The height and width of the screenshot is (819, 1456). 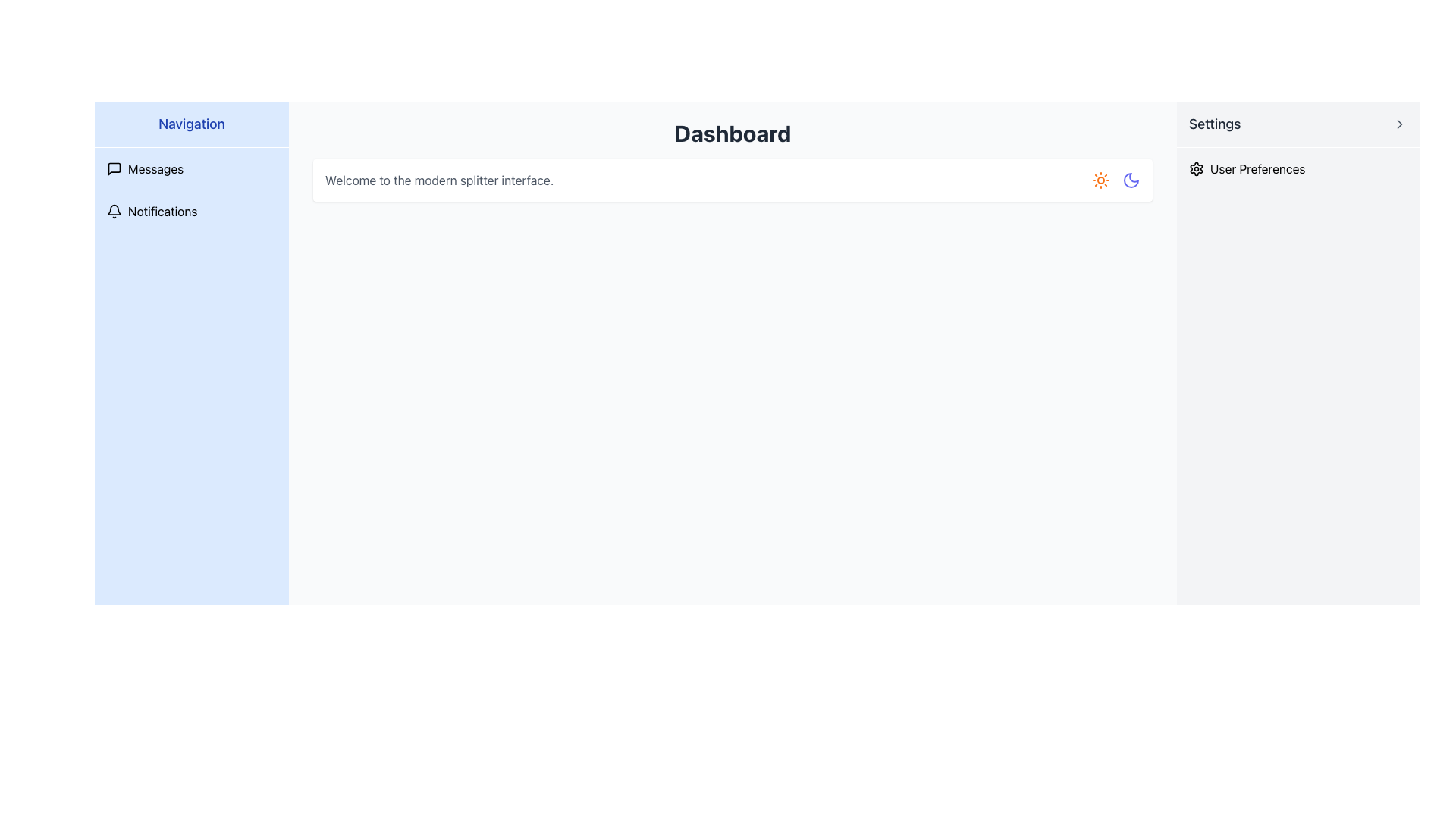 I want to click on the label displaying the text 'Welcome to the modern splitter interface.' which is centrally aligned in the upper midsection of the interface, so click(x=438, y=180).